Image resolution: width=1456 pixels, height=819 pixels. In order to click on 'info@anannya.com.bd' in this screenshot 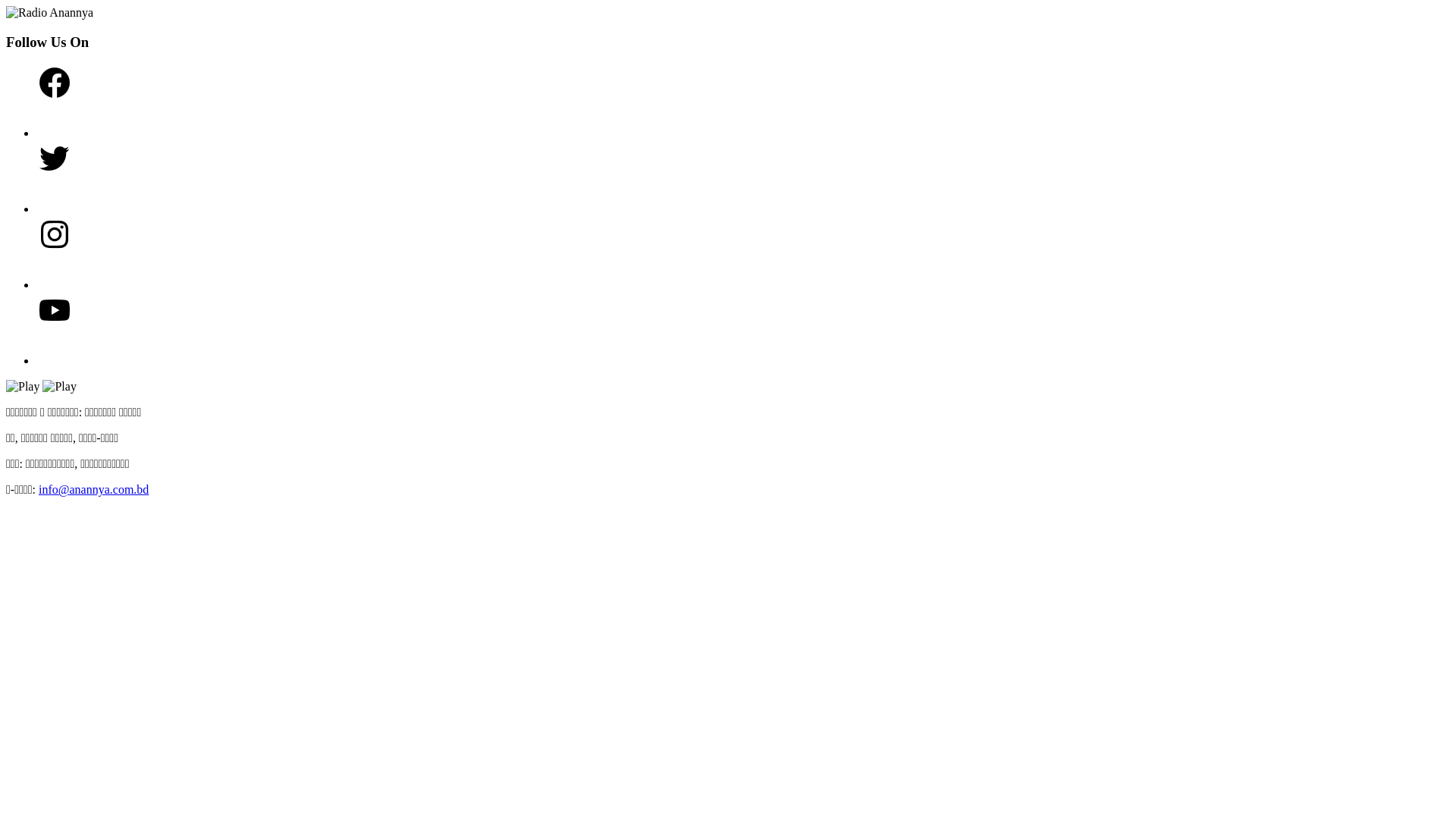, I will do `click(93, 489)`.